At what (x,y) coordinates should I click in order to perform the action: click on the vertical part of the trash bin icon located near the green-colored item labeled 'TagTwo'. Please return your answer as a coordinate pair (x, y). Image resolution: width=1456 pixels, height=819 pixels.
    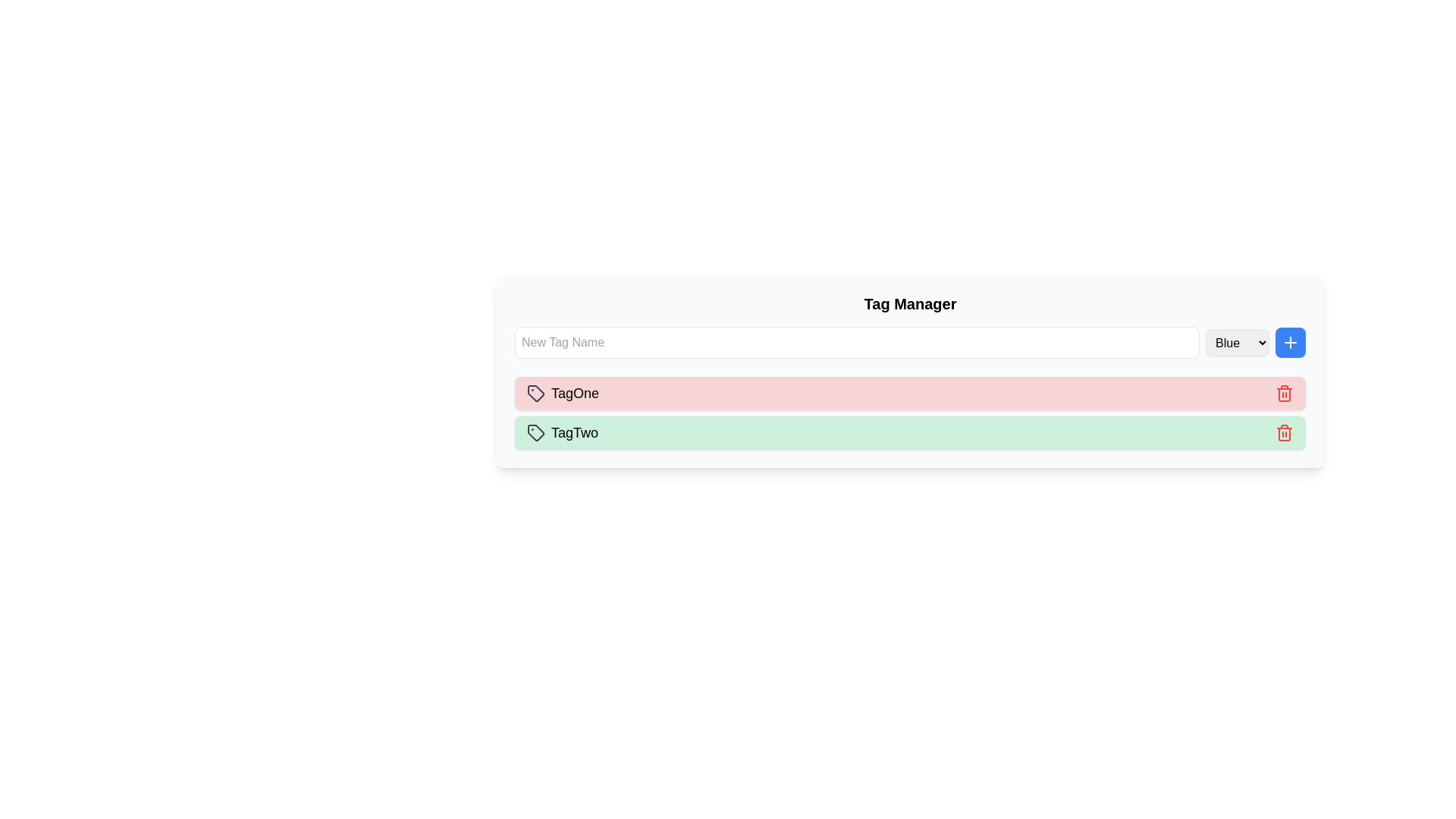
    Looking at the image, I should click on (1284, 394).